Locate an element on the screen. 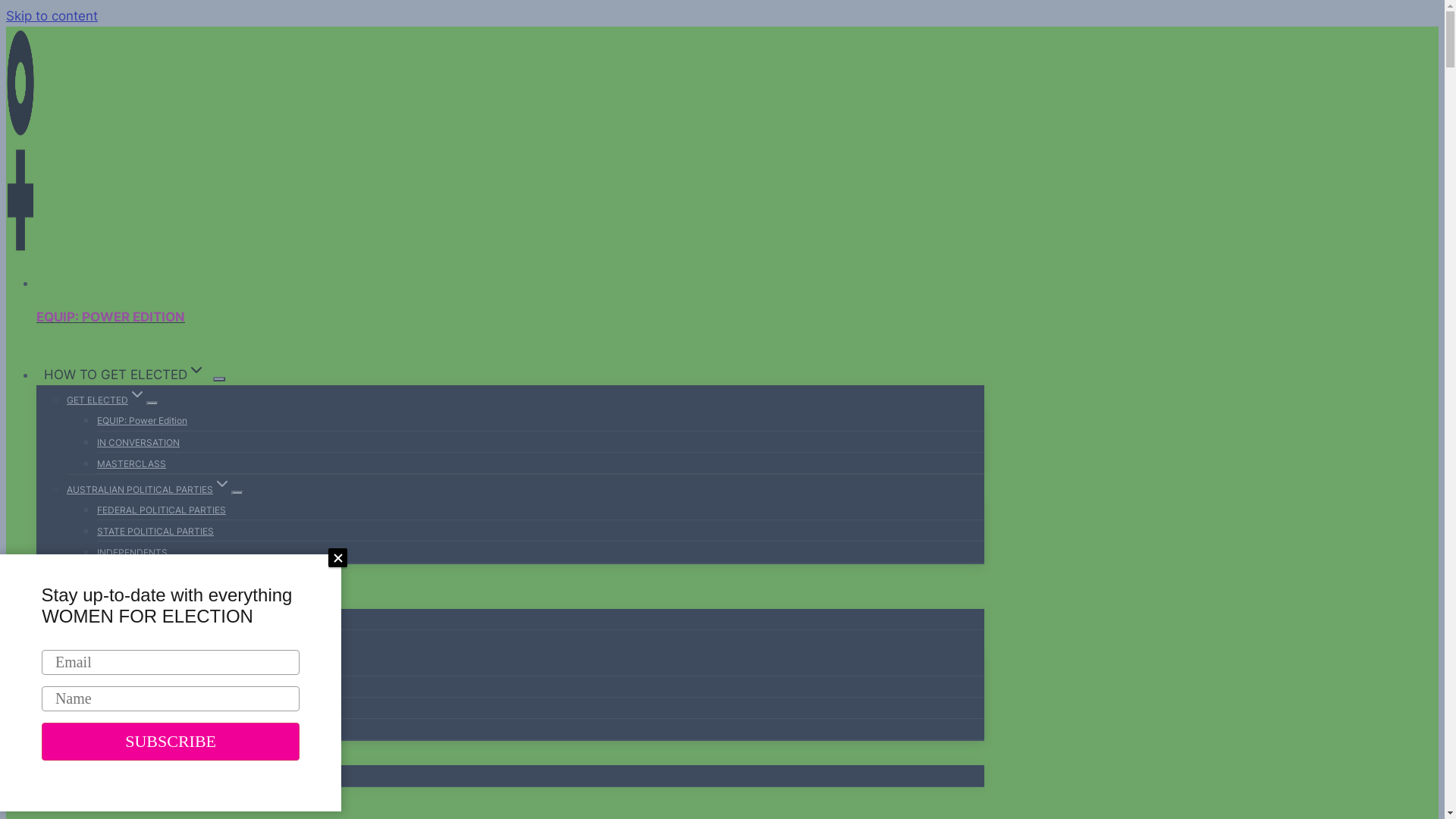 The height and width of the screenshot is (819, 1456). 'ABOUT USExpand' is located at coordinates (86, 597).